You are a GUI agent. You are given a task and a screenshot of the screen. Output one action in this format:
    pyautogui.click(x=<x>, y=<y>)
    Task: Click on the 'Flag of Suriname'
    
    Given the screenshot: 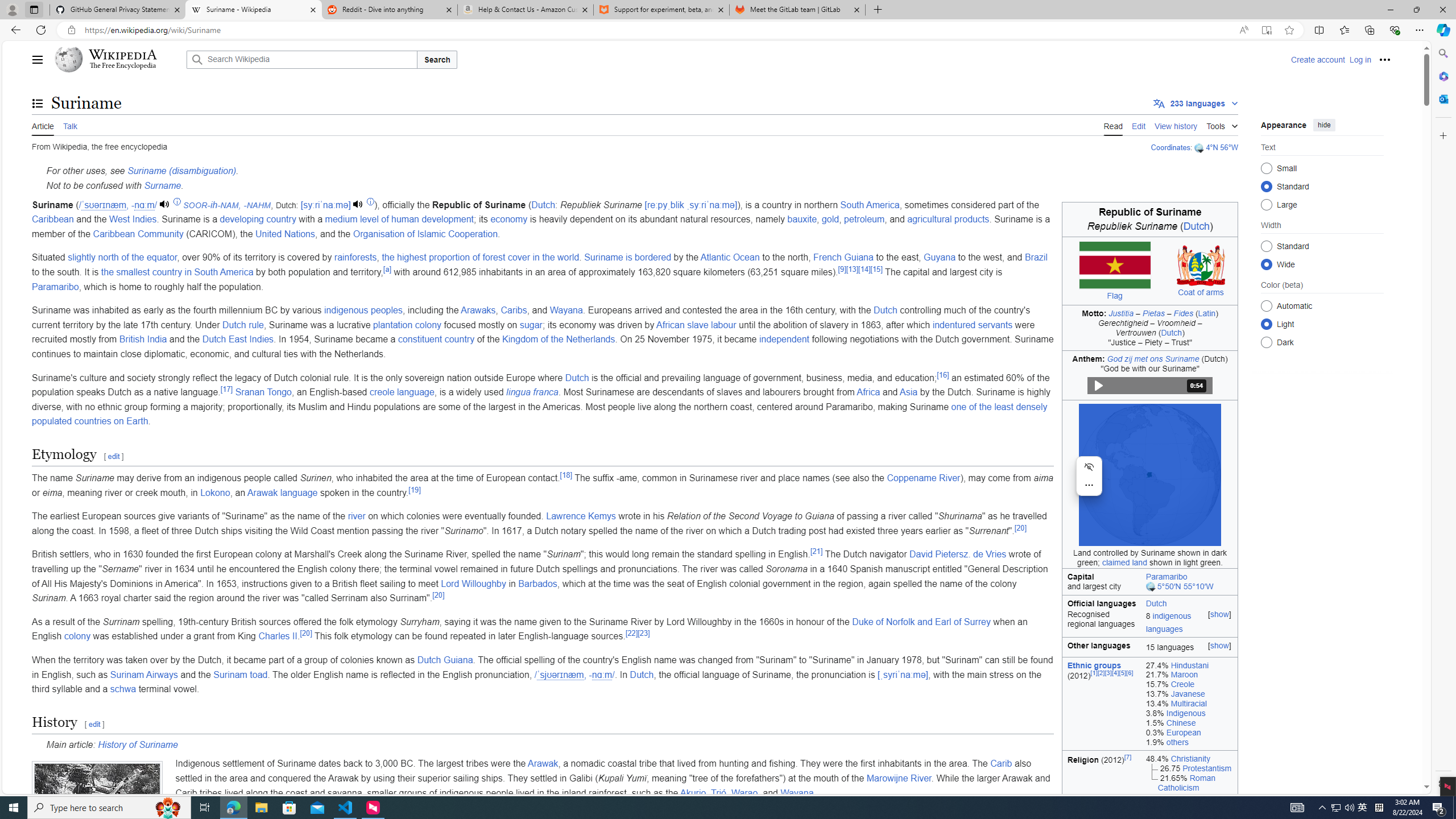 What is the action you would take?
    pyautogui.click(x=1115, y=265)
    